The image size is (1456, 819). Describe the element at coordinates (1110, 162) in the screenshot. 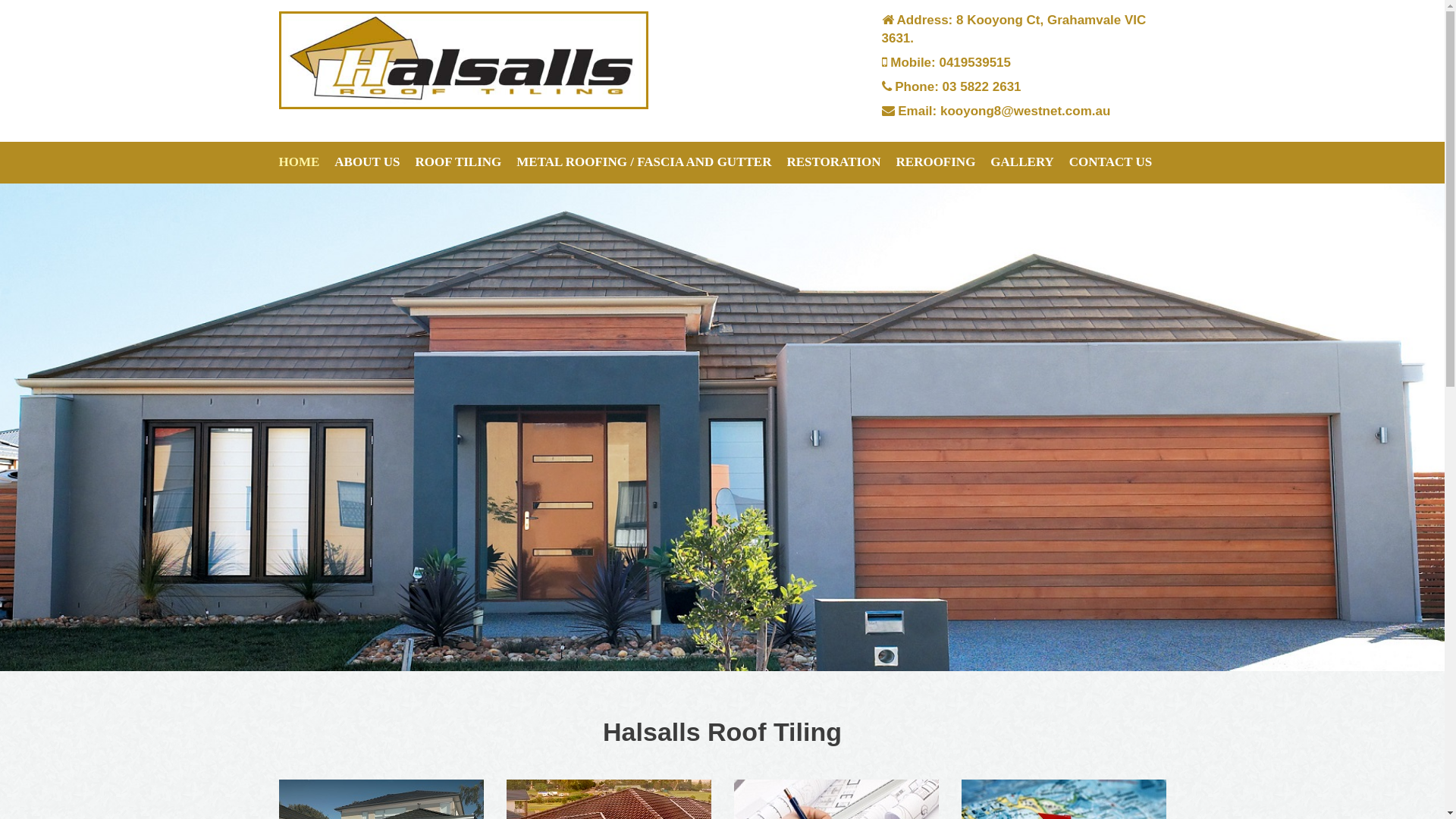

I see `'CONTACT US'` at that location.